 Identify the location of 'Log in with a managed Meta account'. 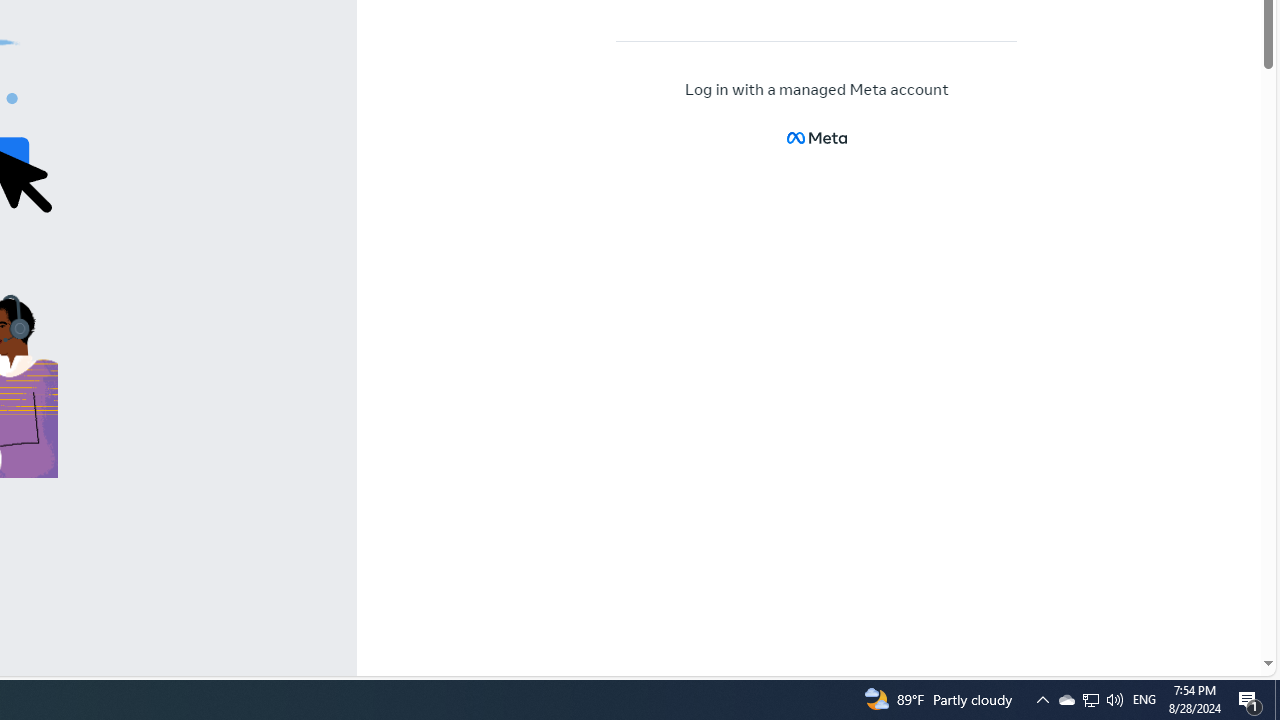
(817, 90).